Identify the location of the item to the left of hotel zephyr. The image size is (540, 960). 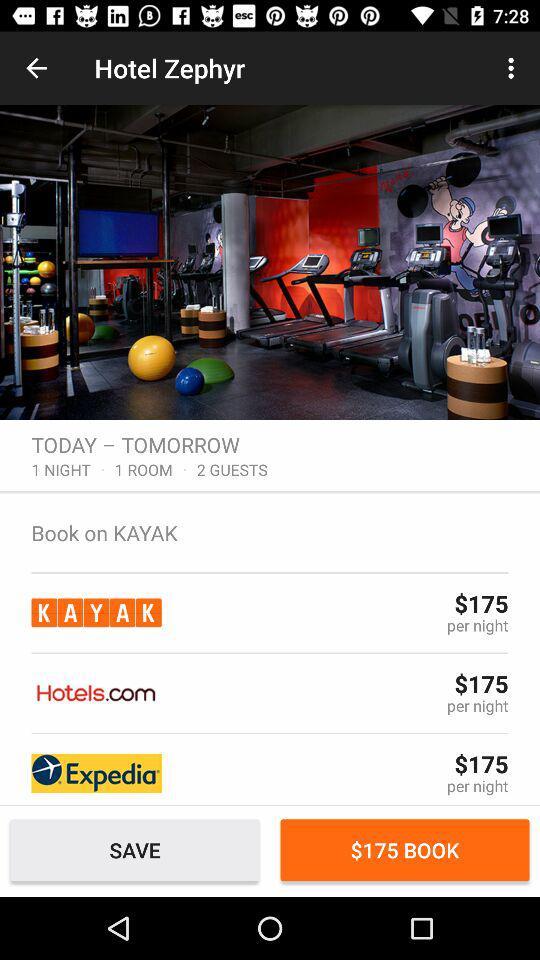
(36, 68).